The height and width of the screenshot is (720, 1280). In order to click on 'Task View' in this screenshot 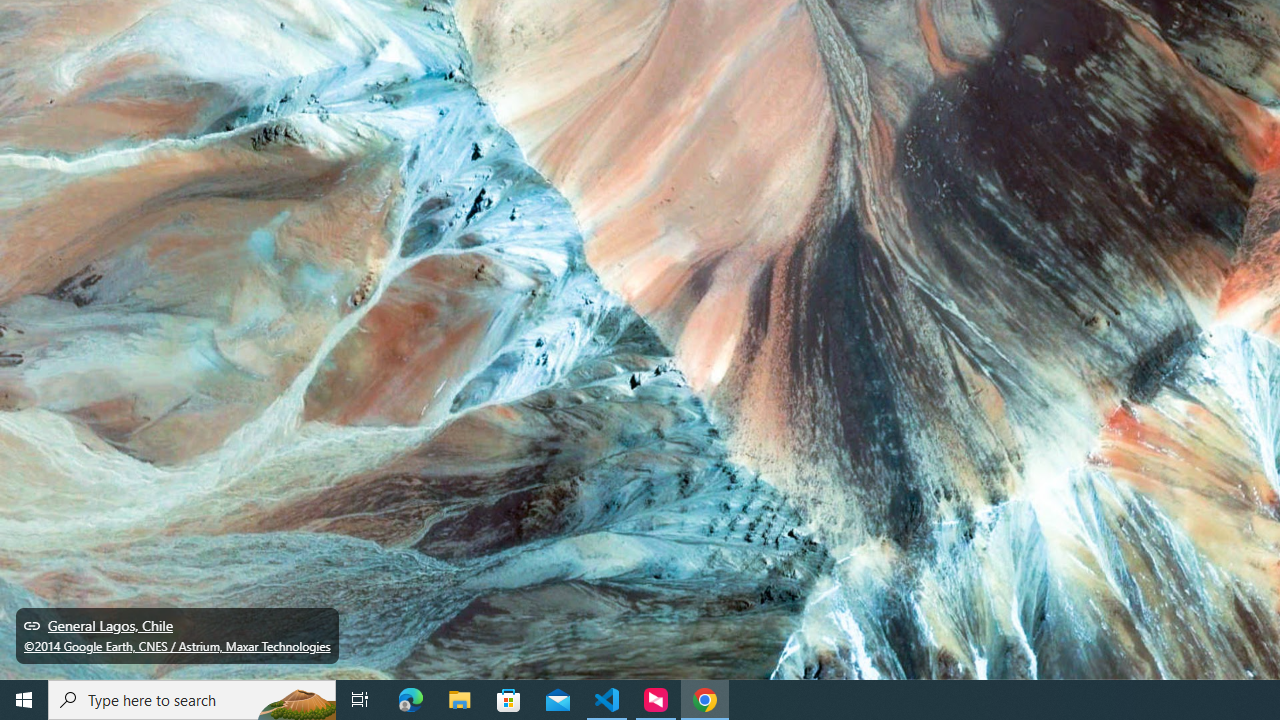, I will do `click(359, 698)`.